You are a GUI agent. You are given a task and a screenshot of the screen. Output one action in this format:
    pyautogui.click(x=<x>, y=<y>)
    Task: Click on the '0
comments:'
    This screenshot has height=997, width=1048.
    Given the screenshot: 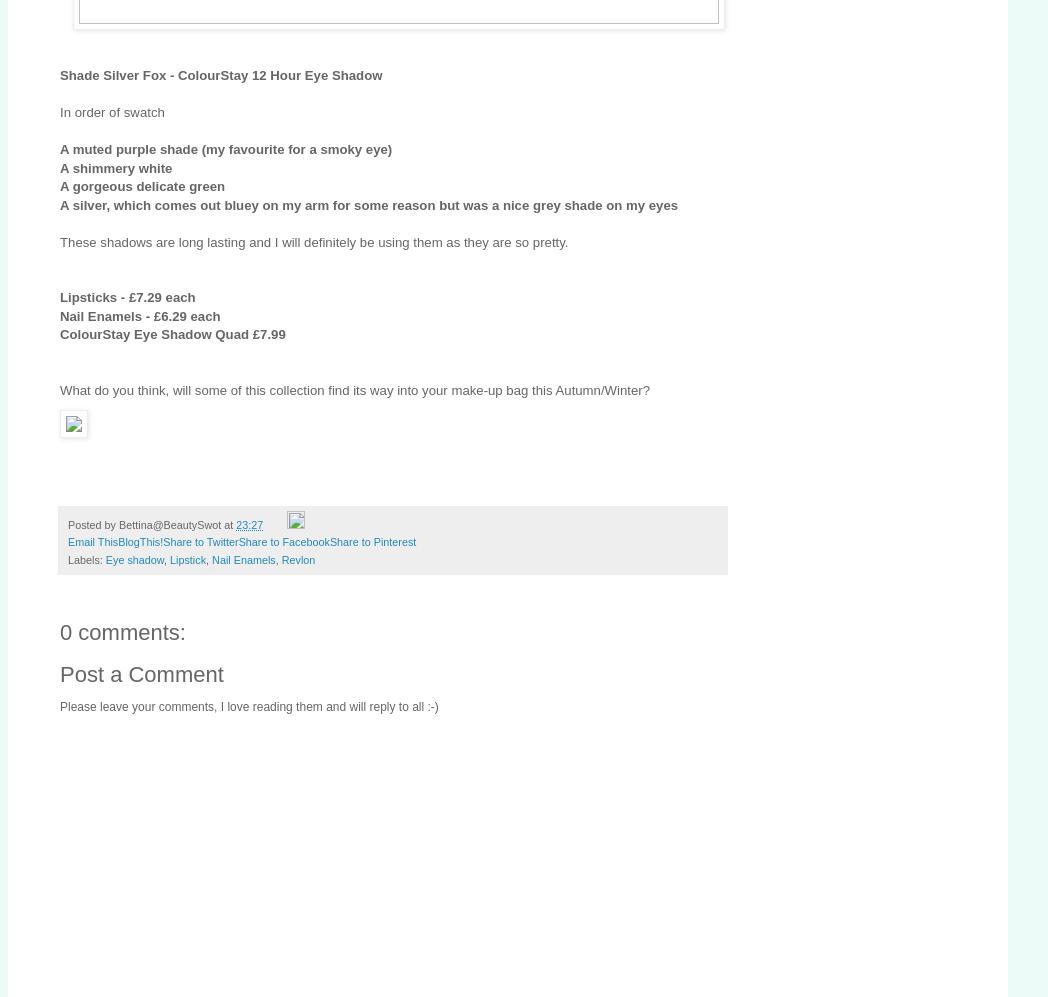 What is the action you would take?
    pyautogui.click(x=121, y=630)
    